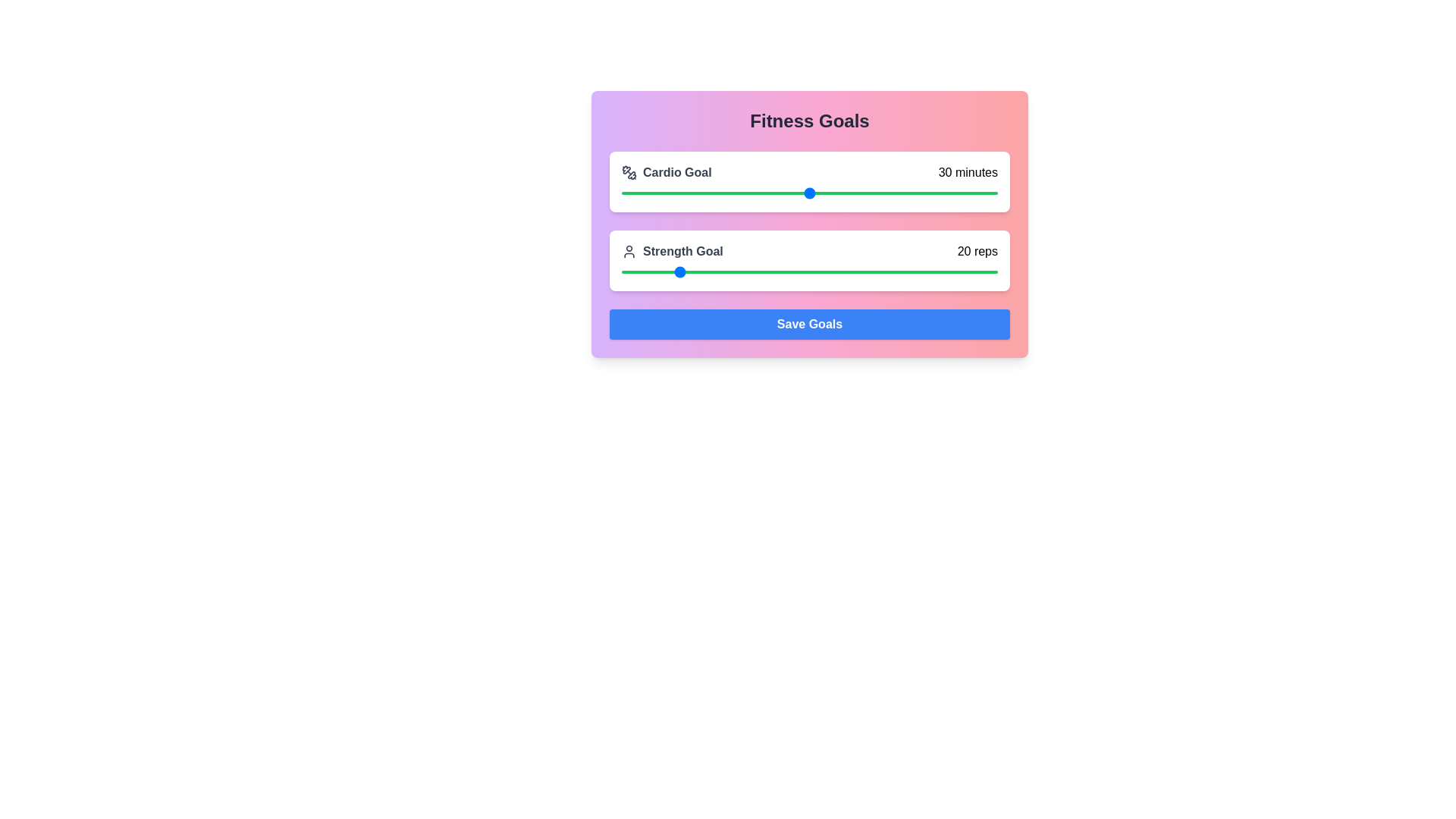 This screenshot has height=819, width=1456. I want to click on the strength goal, so click(803, 271).